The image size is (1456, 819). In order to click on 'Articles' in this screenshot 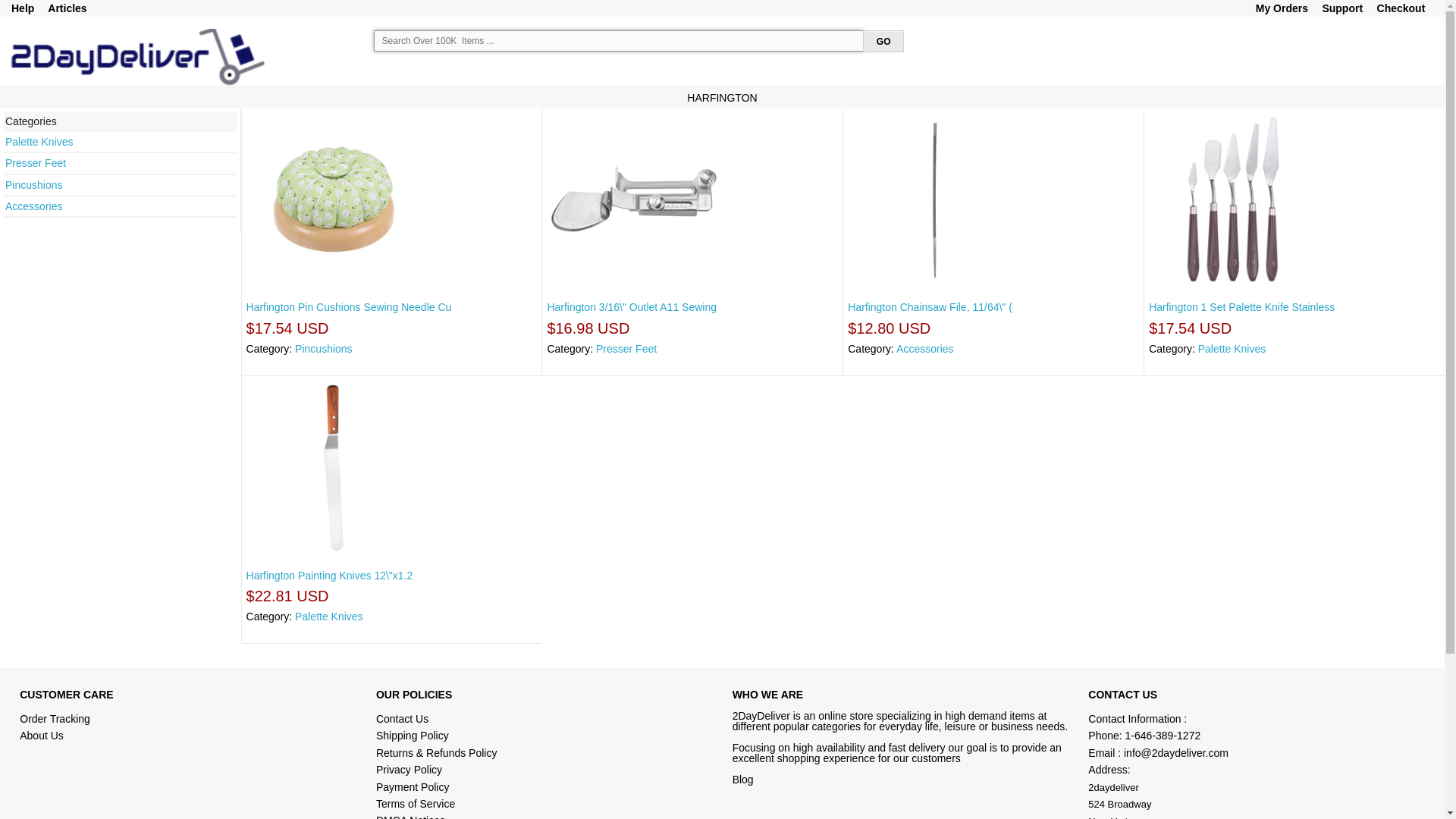, I will do `click(66, 8)`.